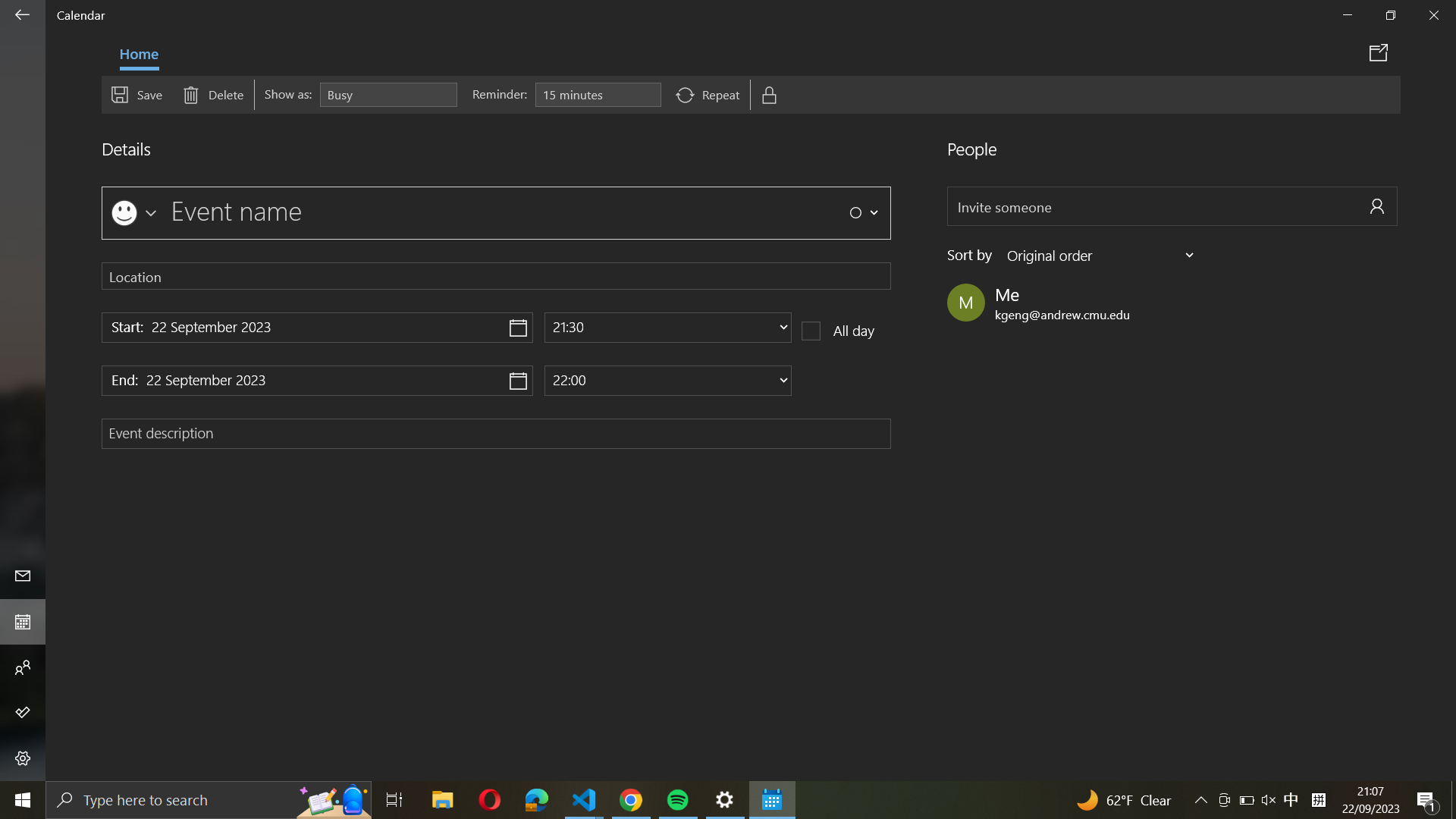 Image resolution: width=1456 pixels, height=819 pixels. What do you see at coordinates (132, 210) in the screenshot?
I see `a conference meeting labeled as "Annual Business Review" with business emoji` at bounding box center [132, 210].